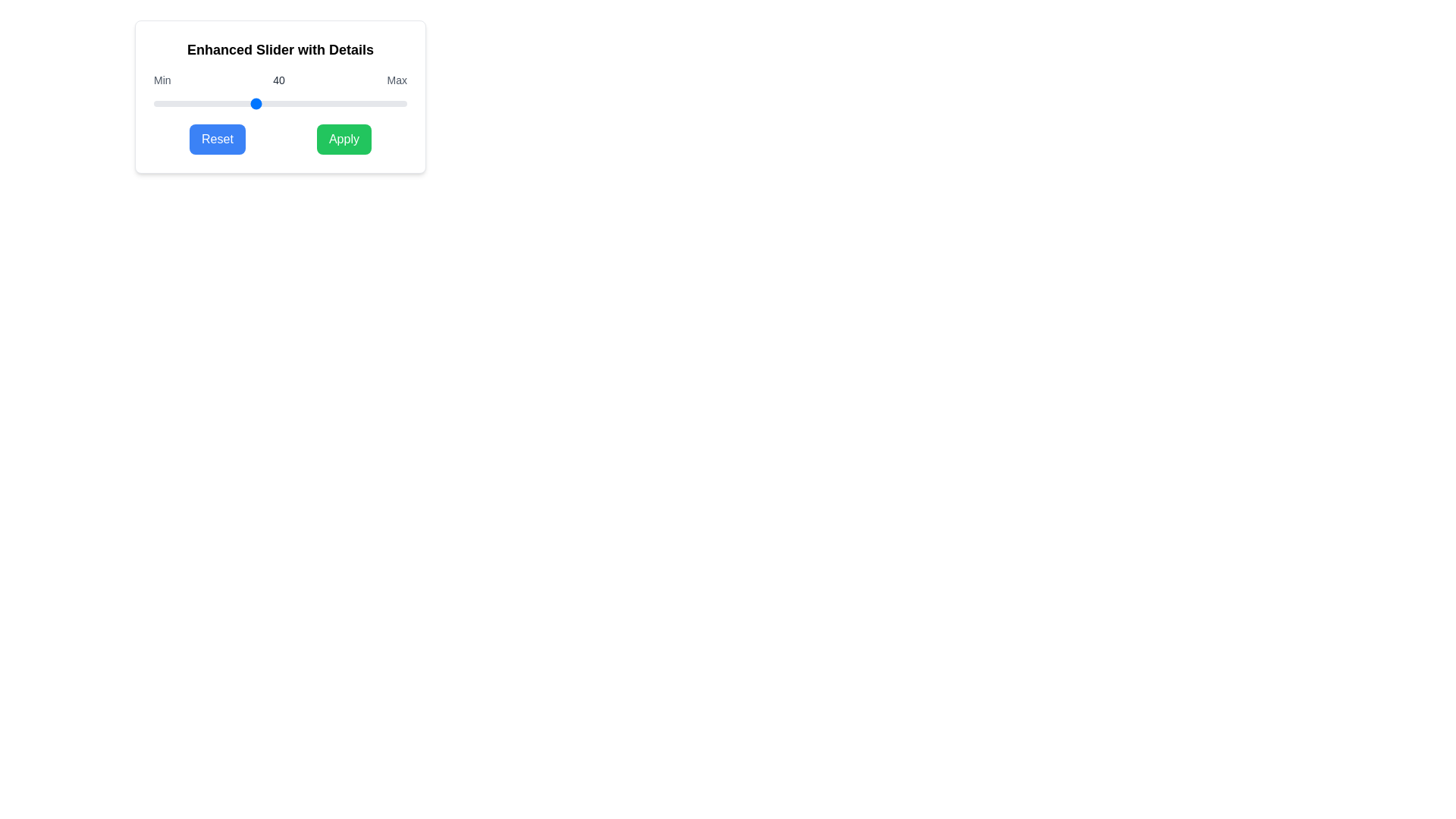 This screenshot has height=819, width=1456. What do you see at coordinates (161, 103) in the screenshot?
I see `the slider` at bounding box center [161, 103].